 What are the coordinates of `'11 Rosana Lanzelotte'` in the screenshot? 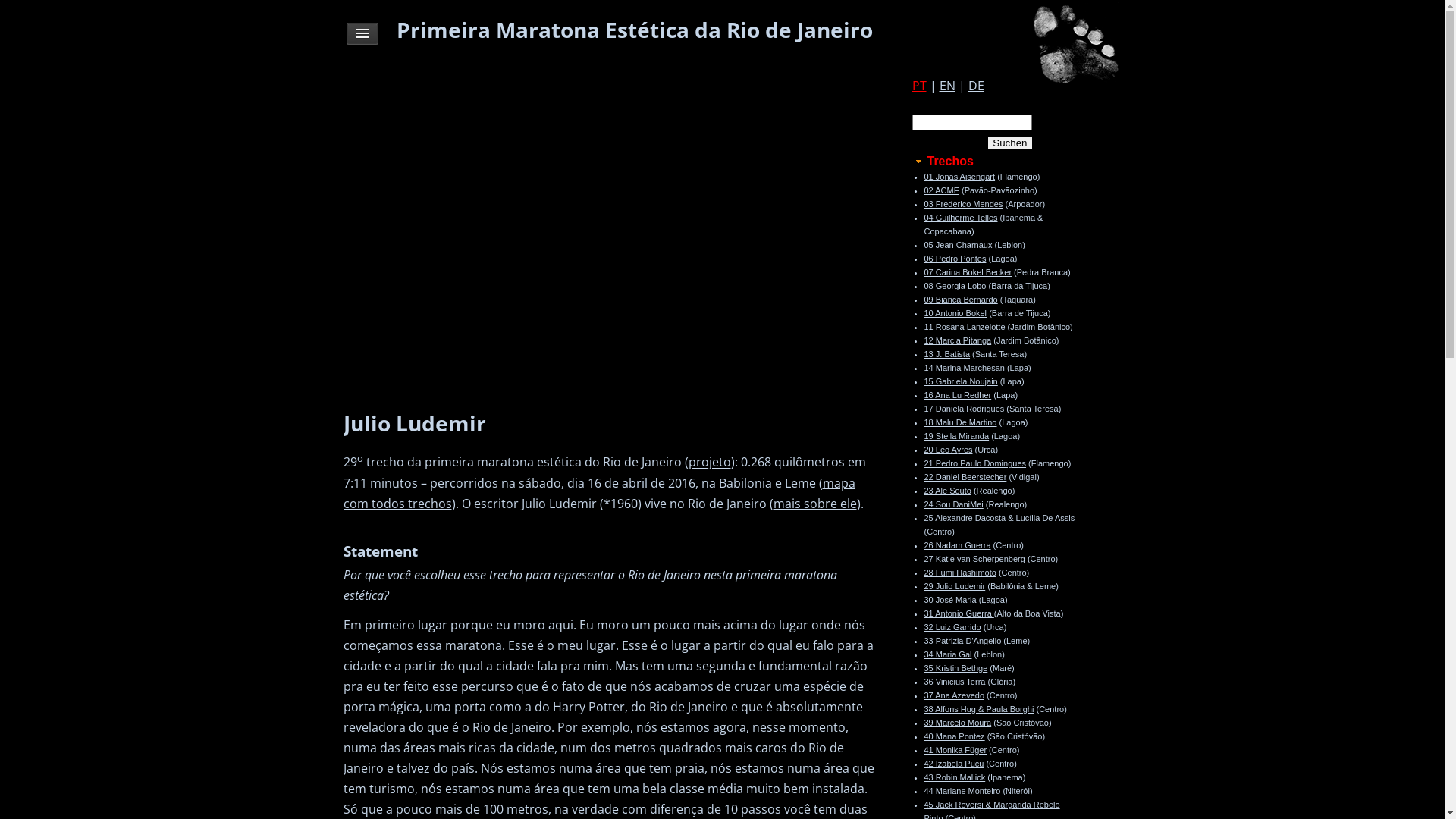 It's located at (963, 326).